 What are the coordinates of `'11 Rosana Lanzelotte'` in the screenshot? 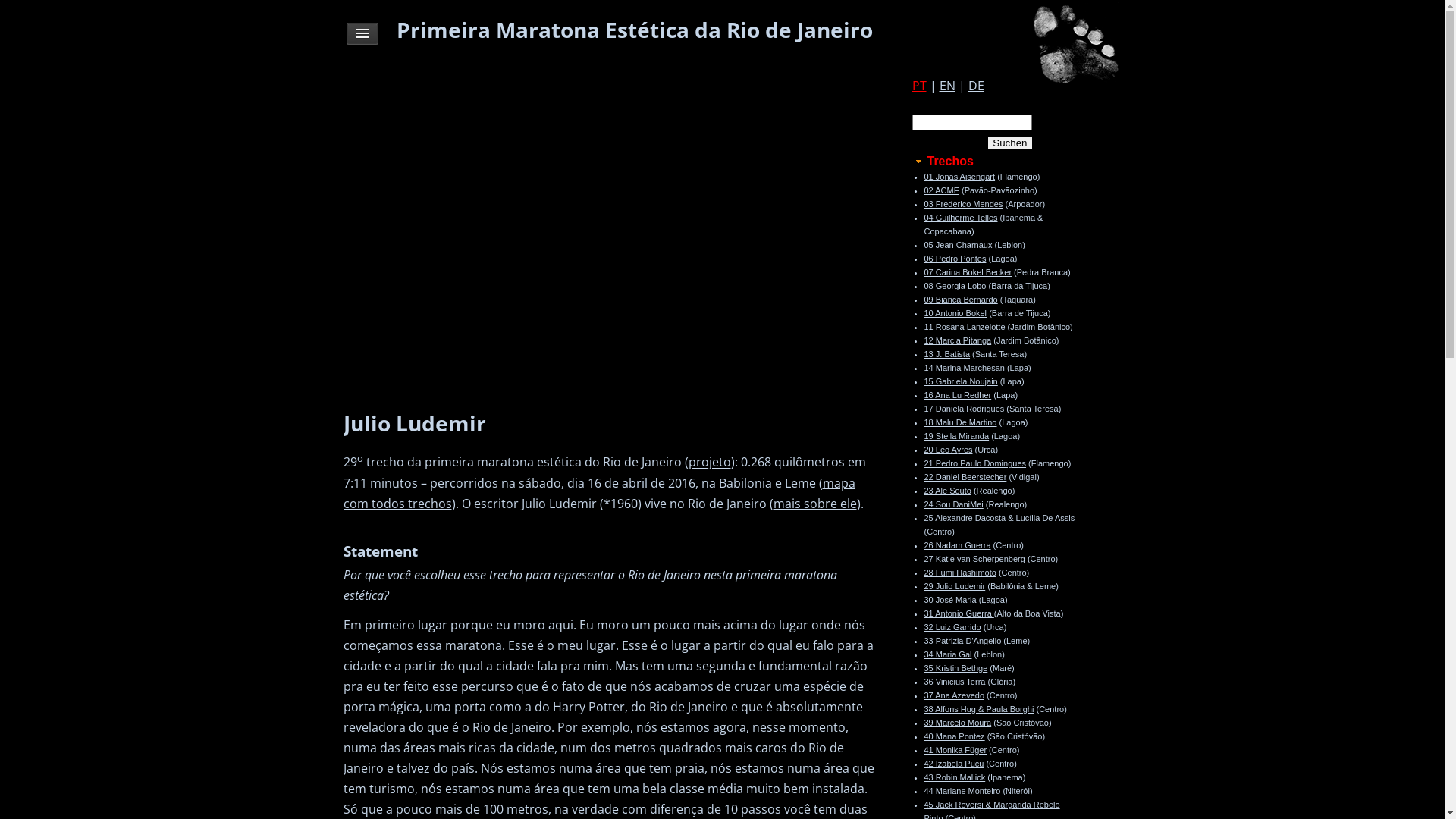 It's located at (963, 326).